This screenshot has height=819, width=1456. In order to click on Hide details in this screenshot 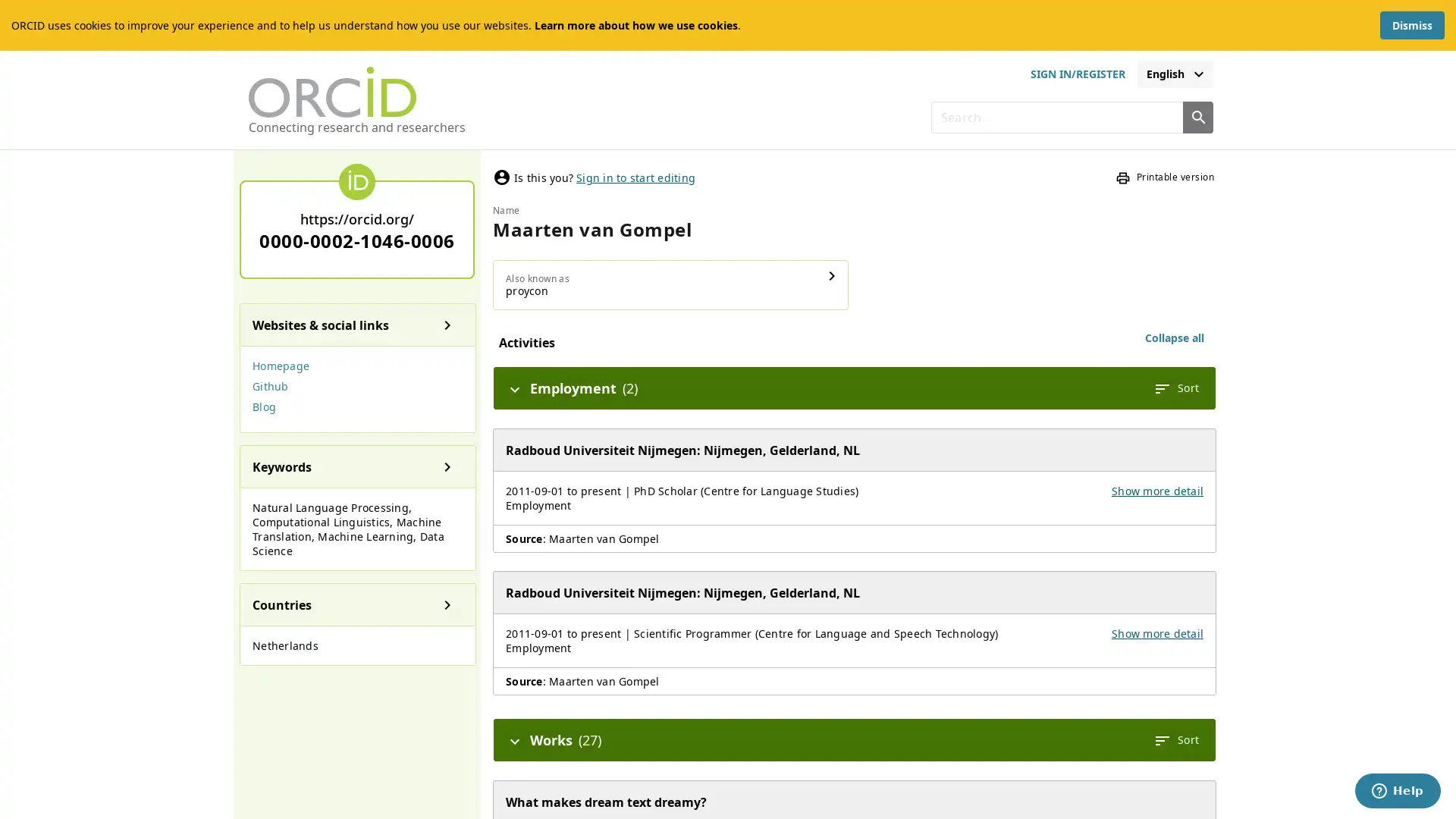, I will do `click(514, 739)`.